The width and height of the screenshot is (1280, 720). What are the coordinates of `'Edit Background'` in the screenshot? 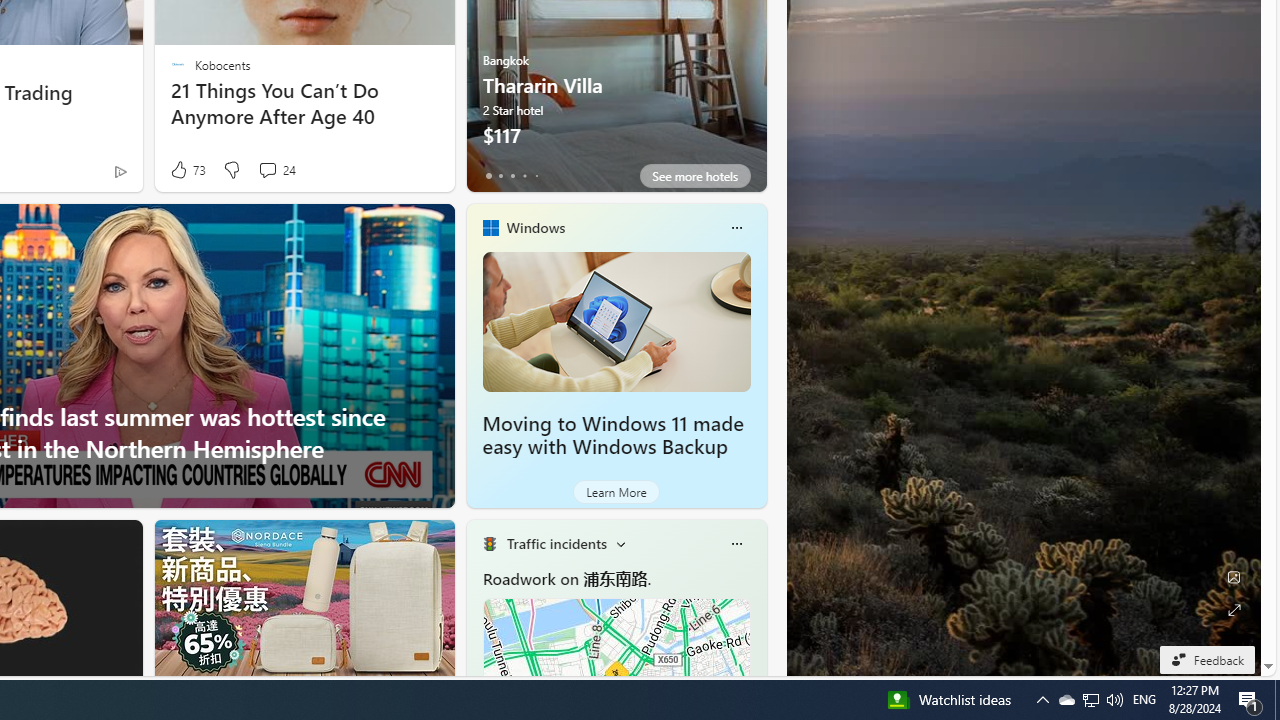 It's located at (1232, 577).